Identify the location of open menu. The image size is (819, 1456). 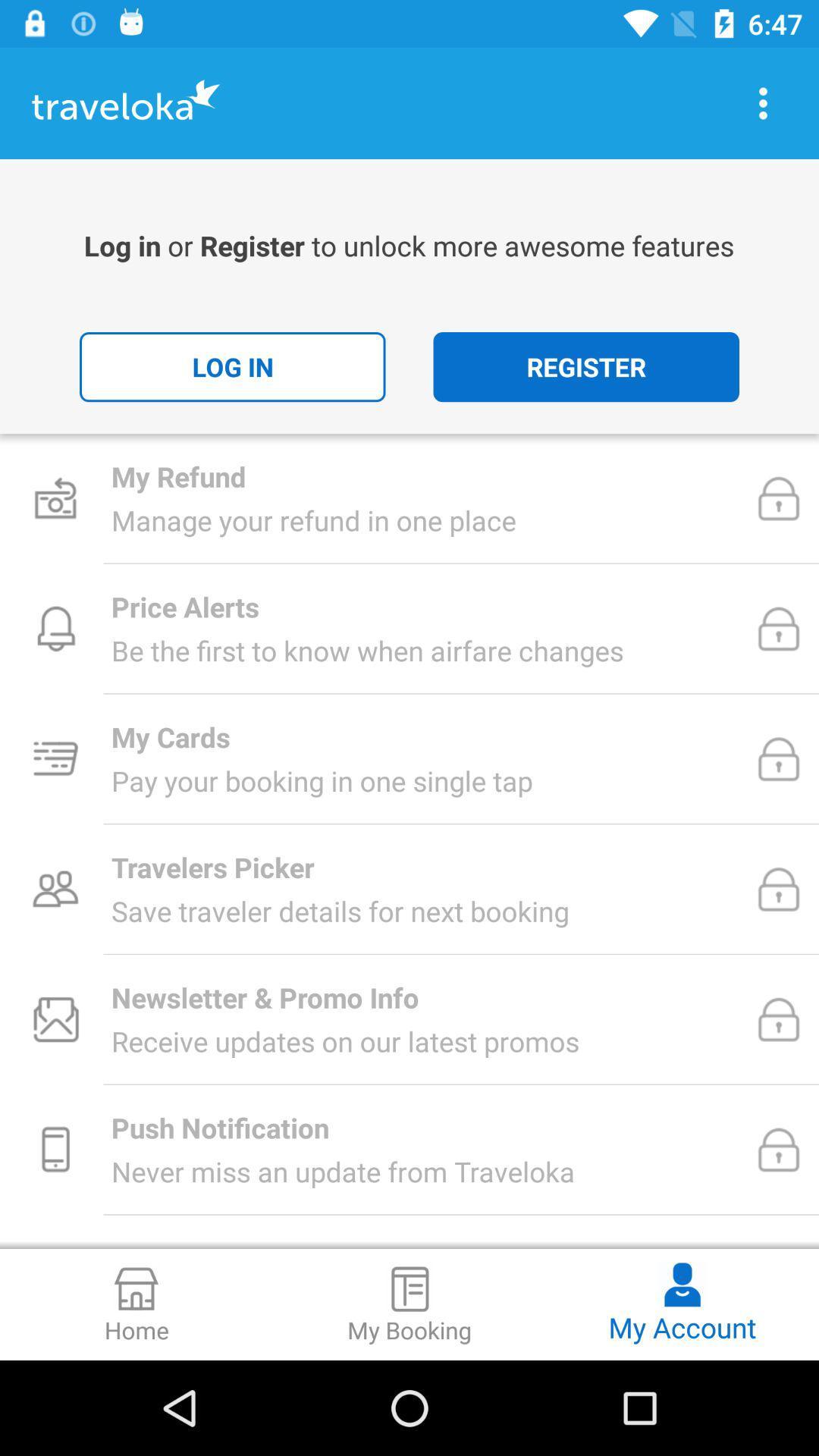
(763, 102).